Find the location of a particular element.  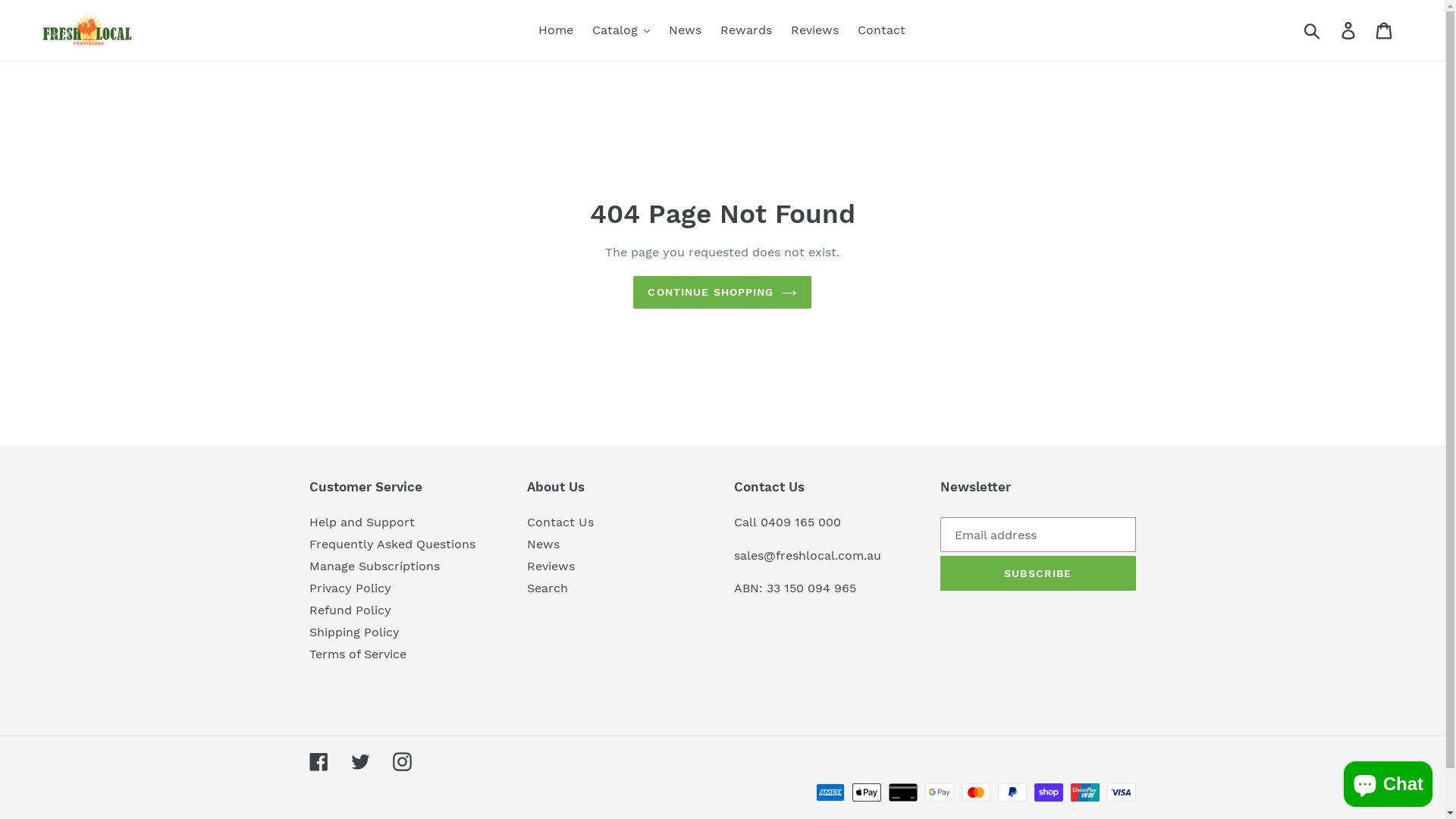

'Reviews' is located at coordinates (550, 566).